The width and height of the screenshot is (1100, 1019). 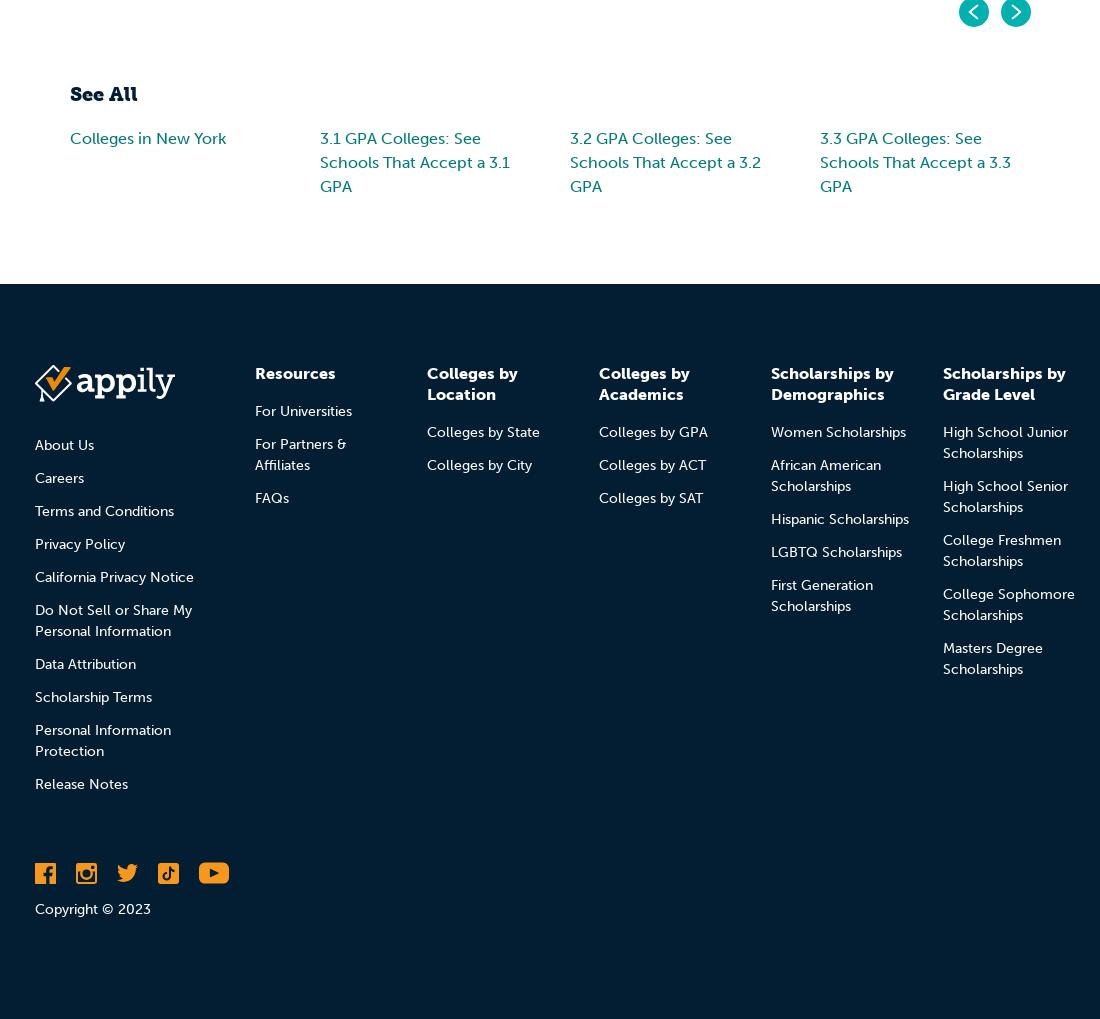 I want to click on 'Copyright © 2023', so click(x=92, y=909).